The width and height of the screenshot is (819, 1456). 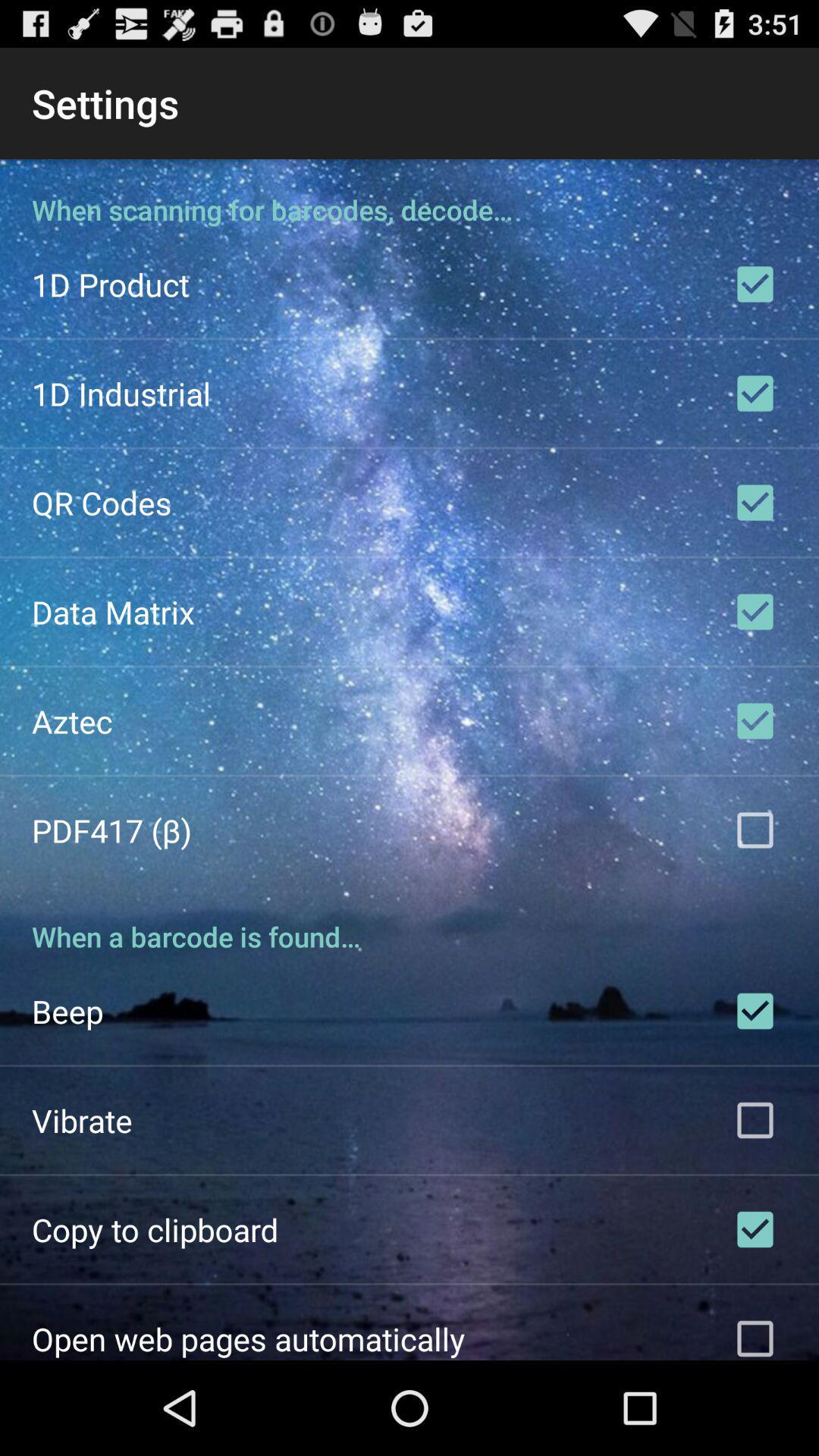 I want to click on the button at 5th row beside aztec, so click(x=755, y=720).